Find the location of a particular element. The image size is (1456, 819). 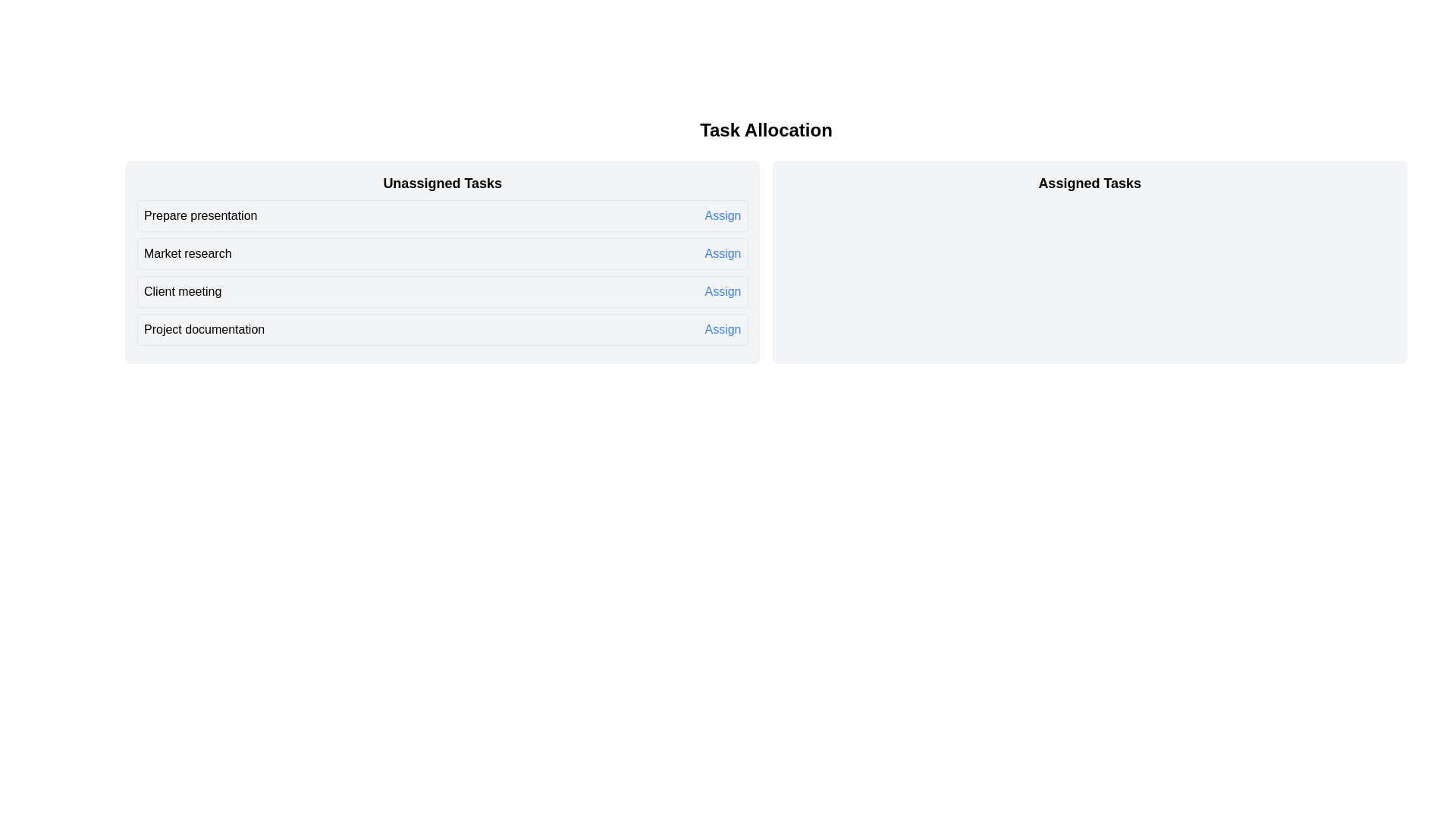

the text label displaying 'Client meeting' in the 'Unassigned Tasks' section of the task allocation interface, which is the third item in a vertically stacked list of tasks is located at coordinates (182, 292).